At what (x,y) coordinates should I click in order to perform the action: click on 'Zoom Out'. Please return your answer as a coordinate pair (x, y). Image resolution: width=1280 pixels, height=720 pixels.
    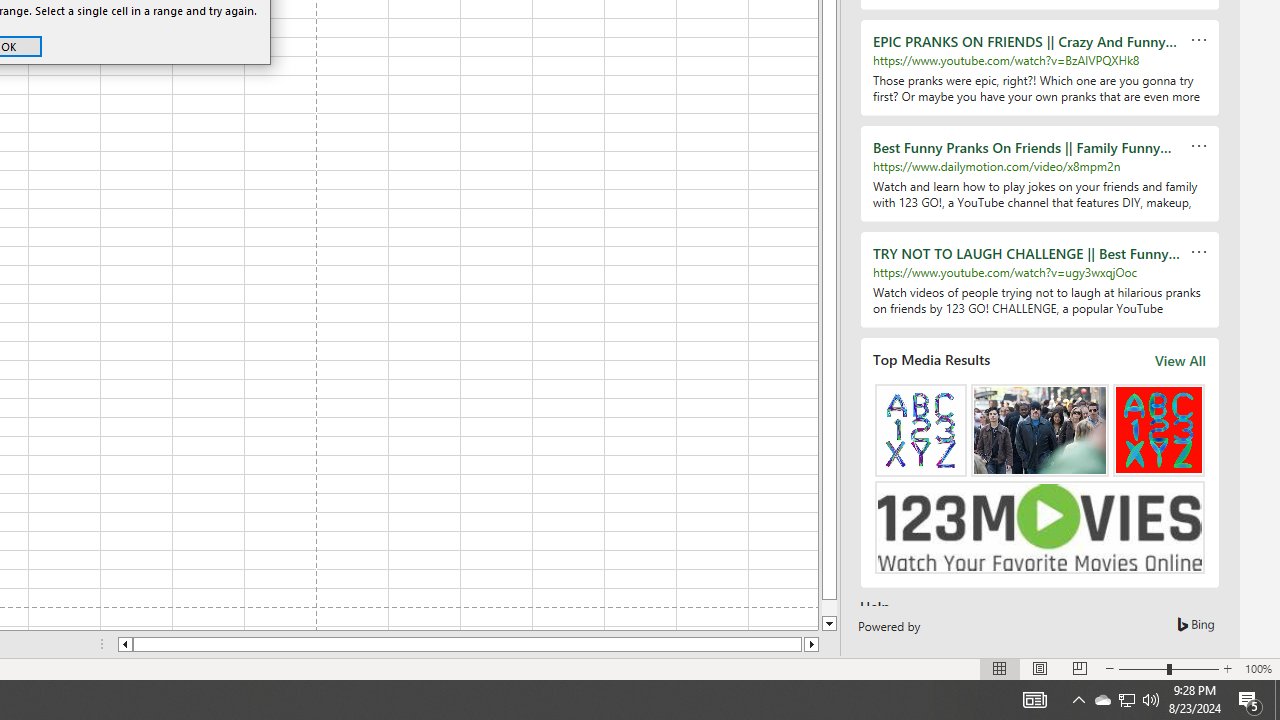
    Looking at the image, I should click on (1143, 669).